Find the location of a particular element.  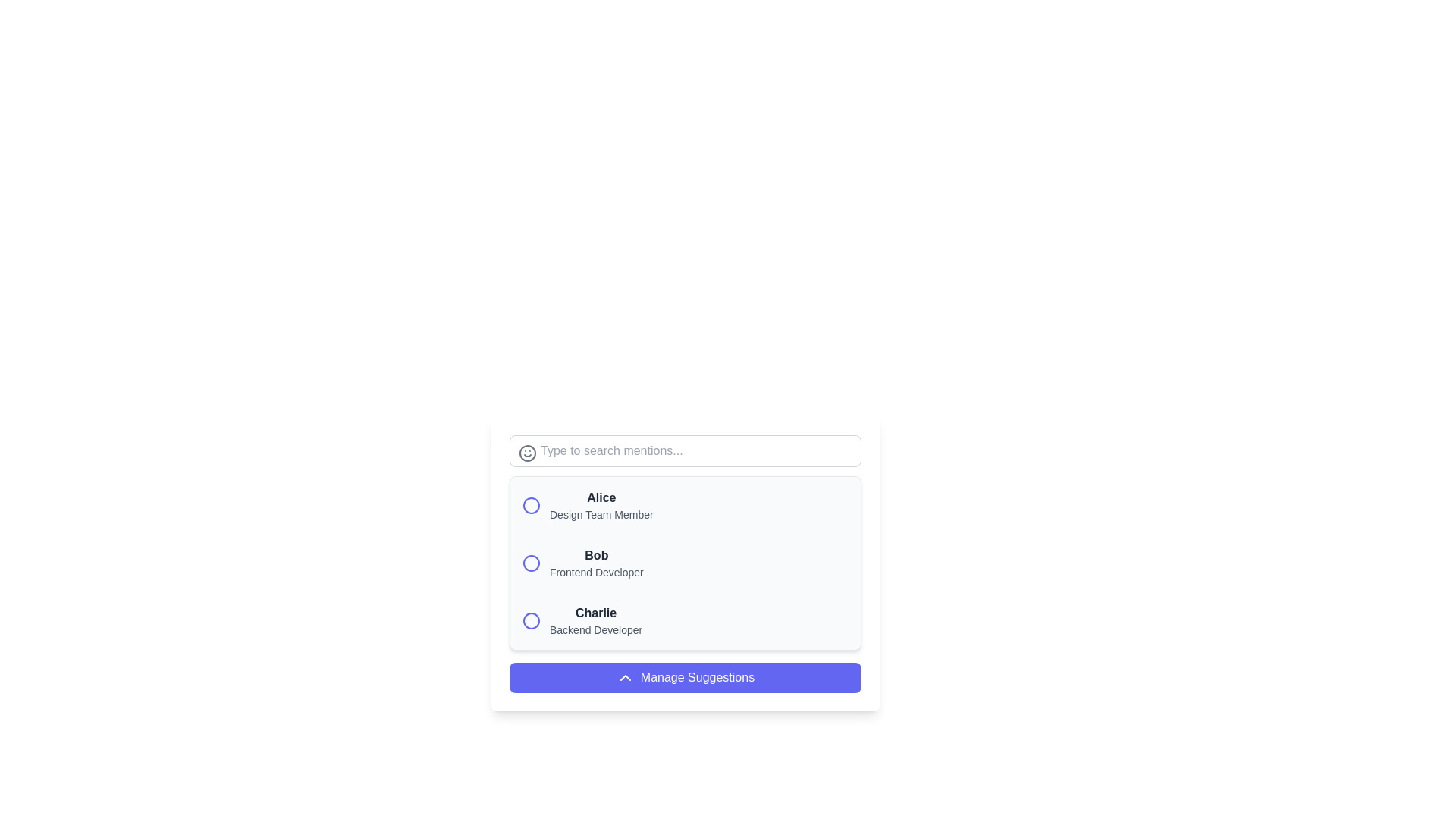

the list item representing the team member Bob, who is a Frontend Developer, located in the dropdown panel below the search input and above the 'Manage Suggestions' button is located at coordinates (684, 563).